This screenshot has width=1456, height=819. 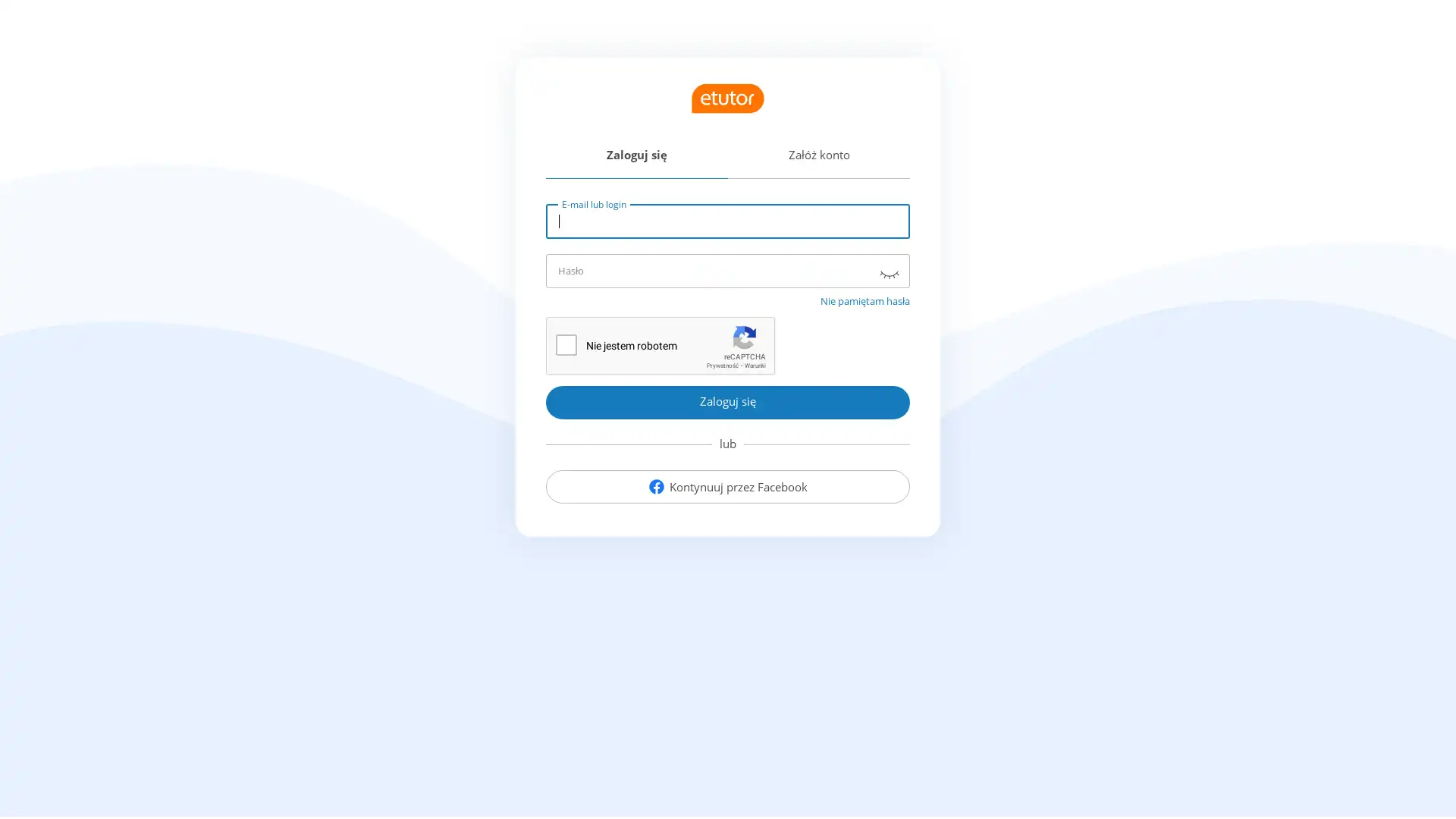 I want to click on Zaloguj sie, so click(x=728, y=400).